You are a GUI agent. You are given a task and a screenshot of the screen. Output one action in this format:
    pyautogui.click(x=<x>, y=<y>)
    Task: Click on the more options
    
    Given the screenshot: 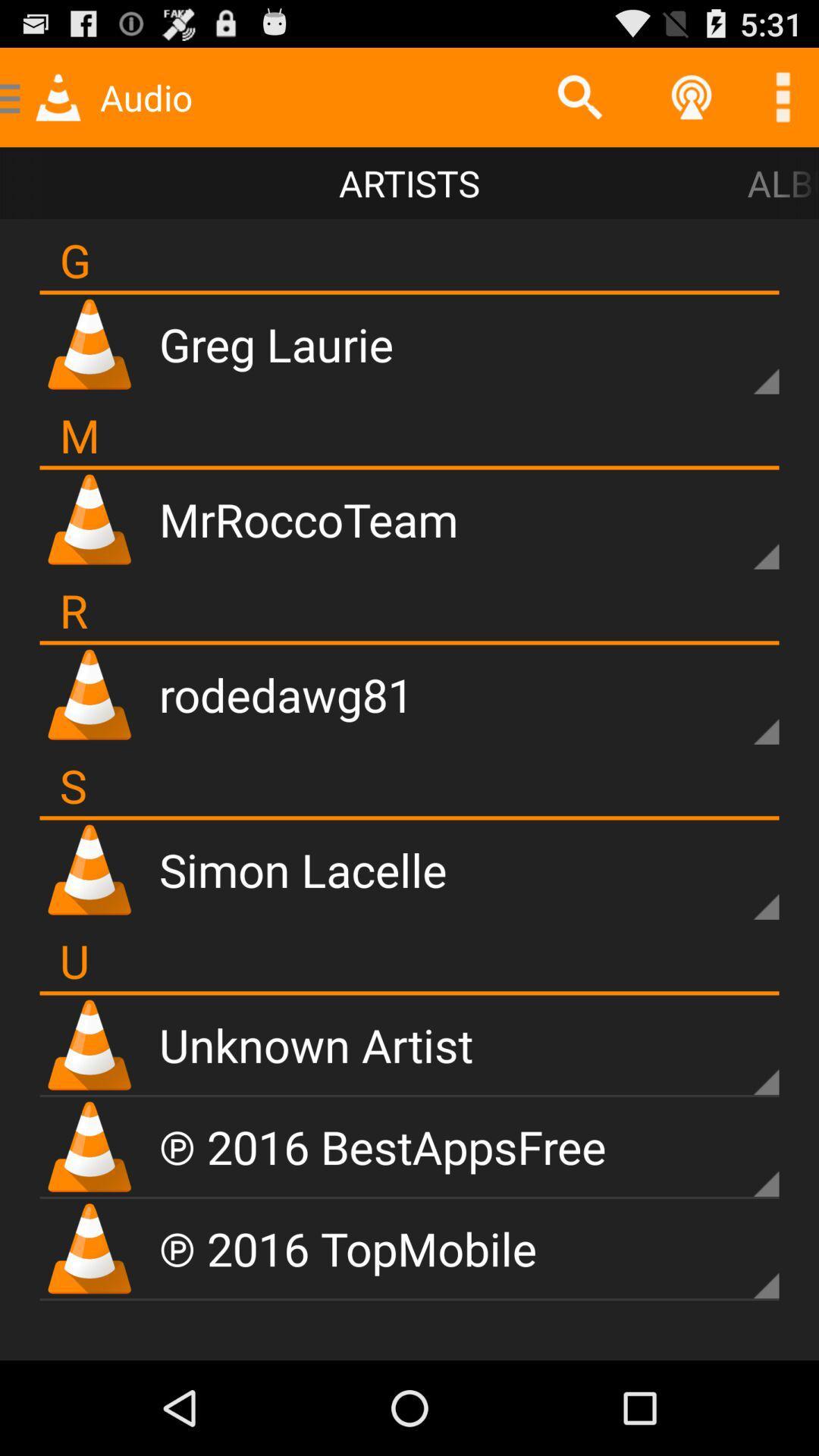 What is the action you would take?
    pyautogui.click(x=739, y=1157)
    